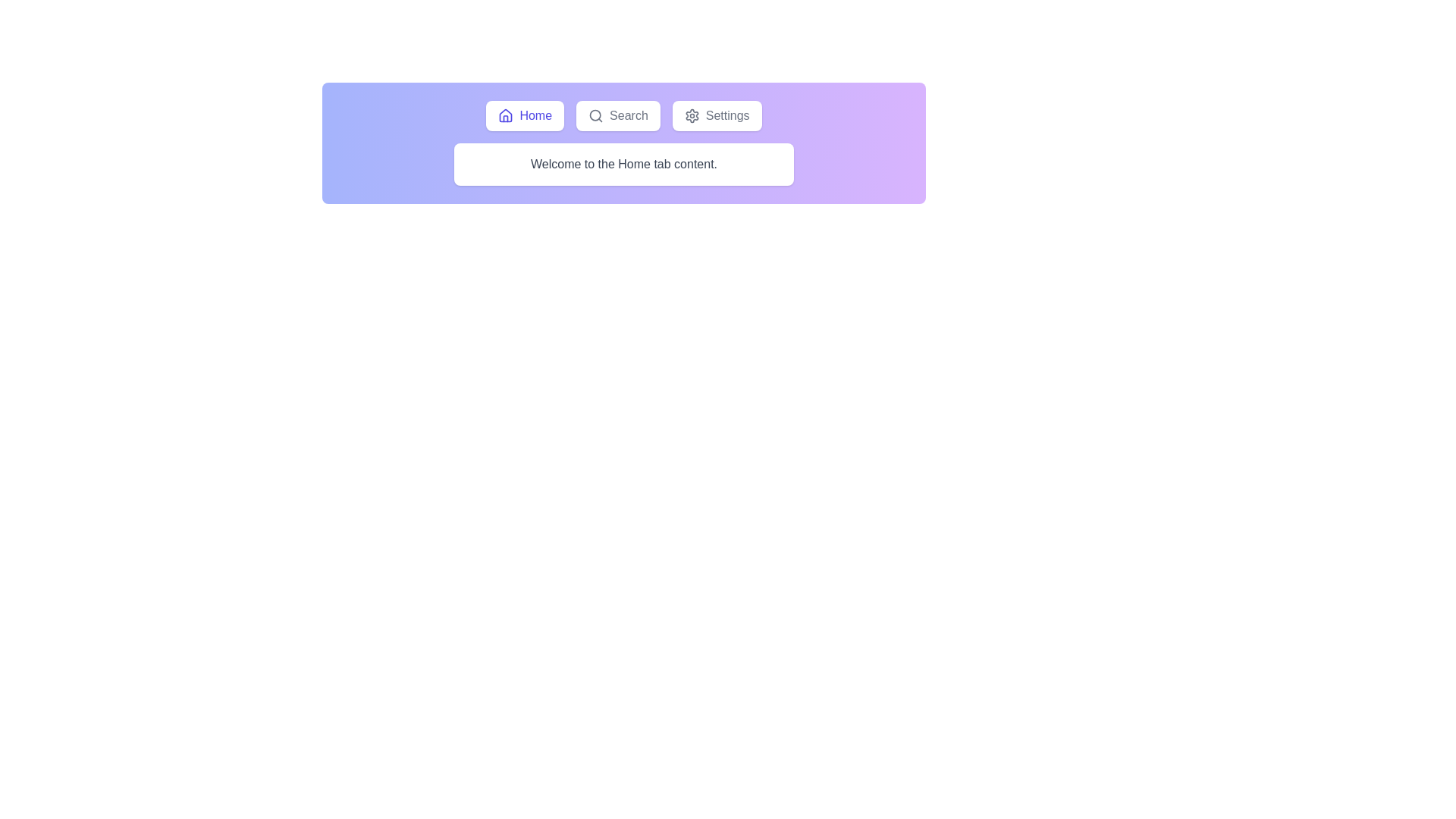 The width and height of the screenshot is (1456, 819). Describe the element at coordinates (691, 115) in the screenshot. I see `the cogwheel-shaped 'Settings' icon at the rightmost end of the navigation bar` at that location.